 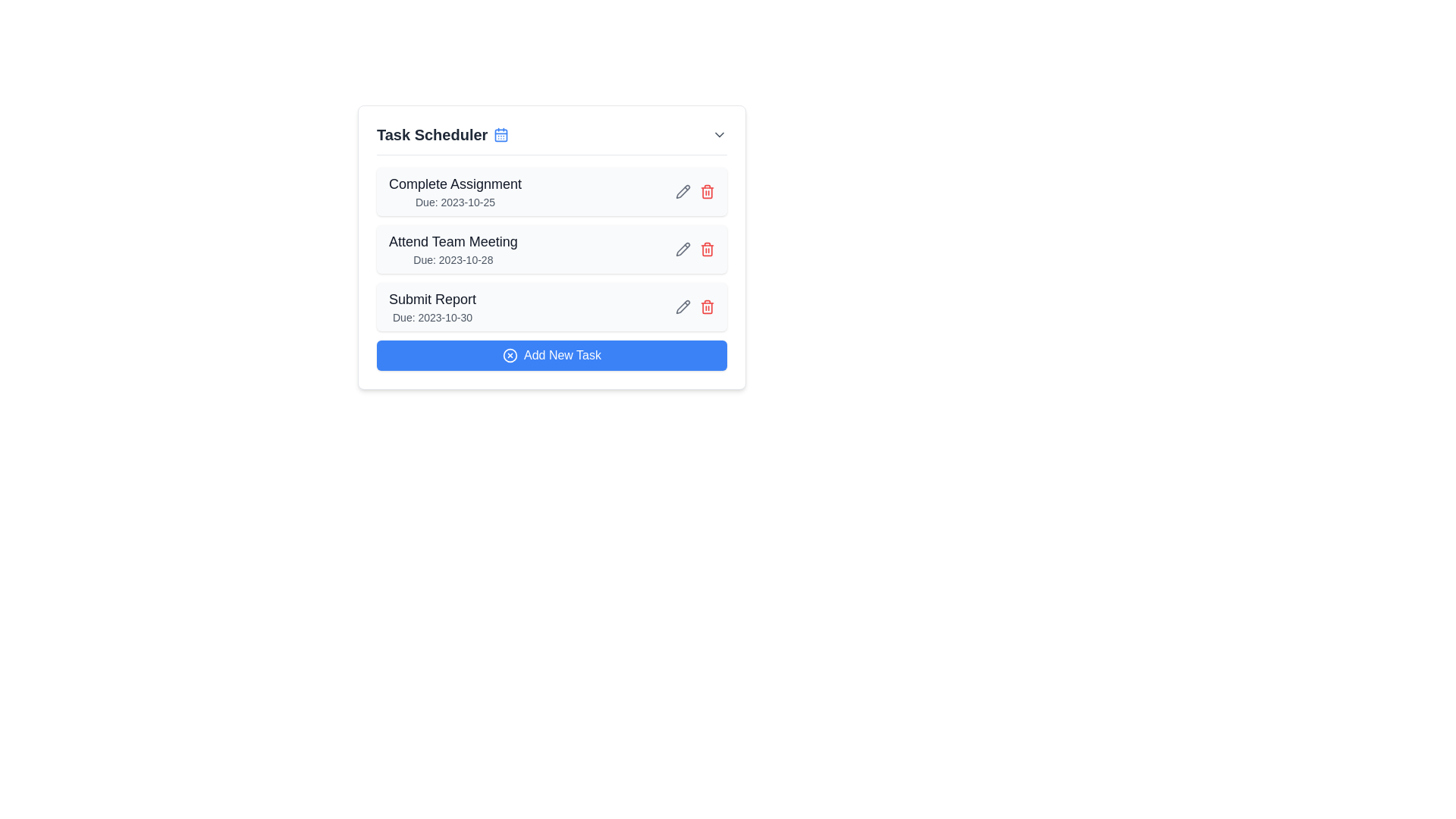 What do you see at coordinates (452, 248) in the screenshot?
I see `the Task entry displaying 'Attend Team Meeting' with due date '2023-10-28', which is the second item in the task list` at bounding box center [452, 248].